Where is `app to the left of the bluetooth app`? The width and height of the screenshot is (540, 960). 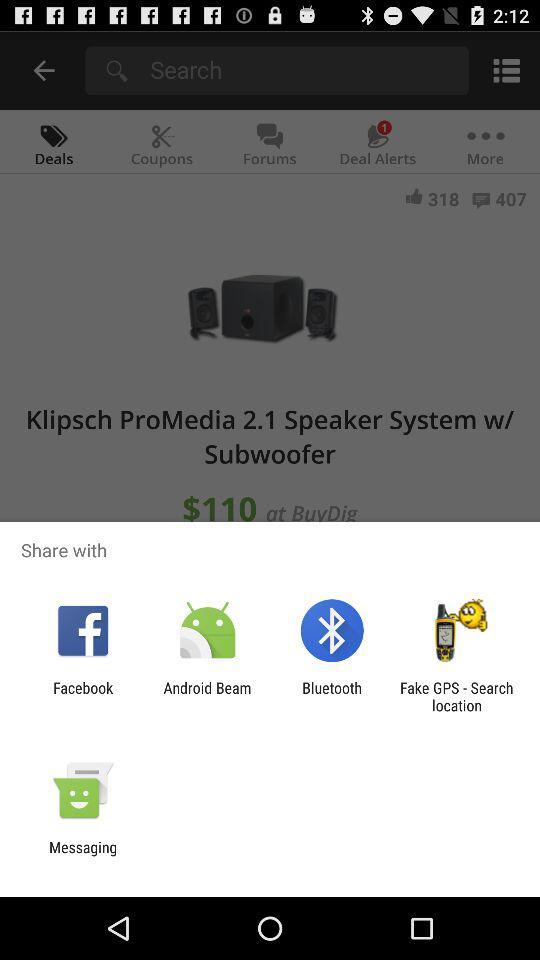
app to the left of the bluetooth app is located at coordinates (206, 696).